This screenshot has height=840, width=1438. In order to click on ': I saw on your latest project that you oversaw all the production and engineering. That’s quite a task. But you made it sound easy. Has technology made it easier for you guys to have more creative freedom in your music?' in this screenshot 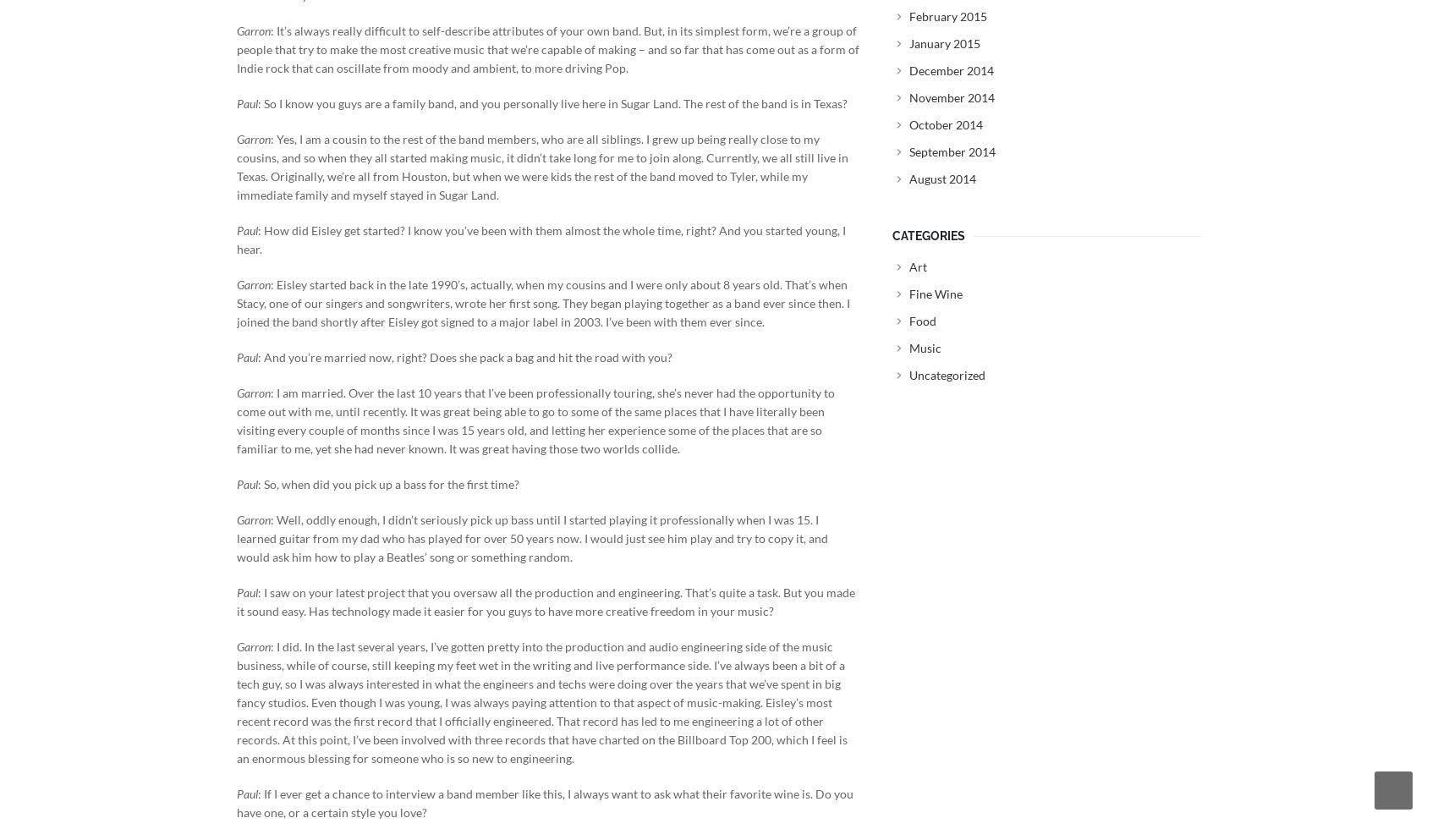, I will do `click(546, 600)`.